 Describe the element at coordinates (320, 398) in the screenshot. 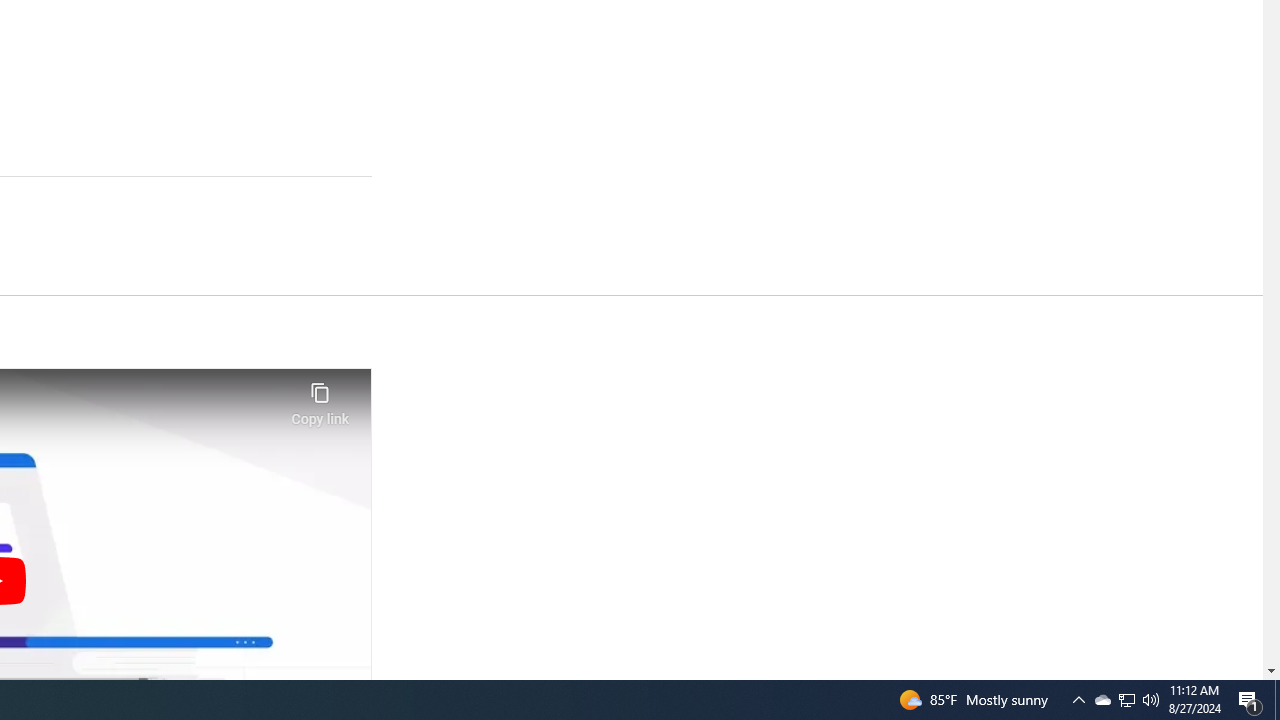

I see `'Copy link'` at that location.